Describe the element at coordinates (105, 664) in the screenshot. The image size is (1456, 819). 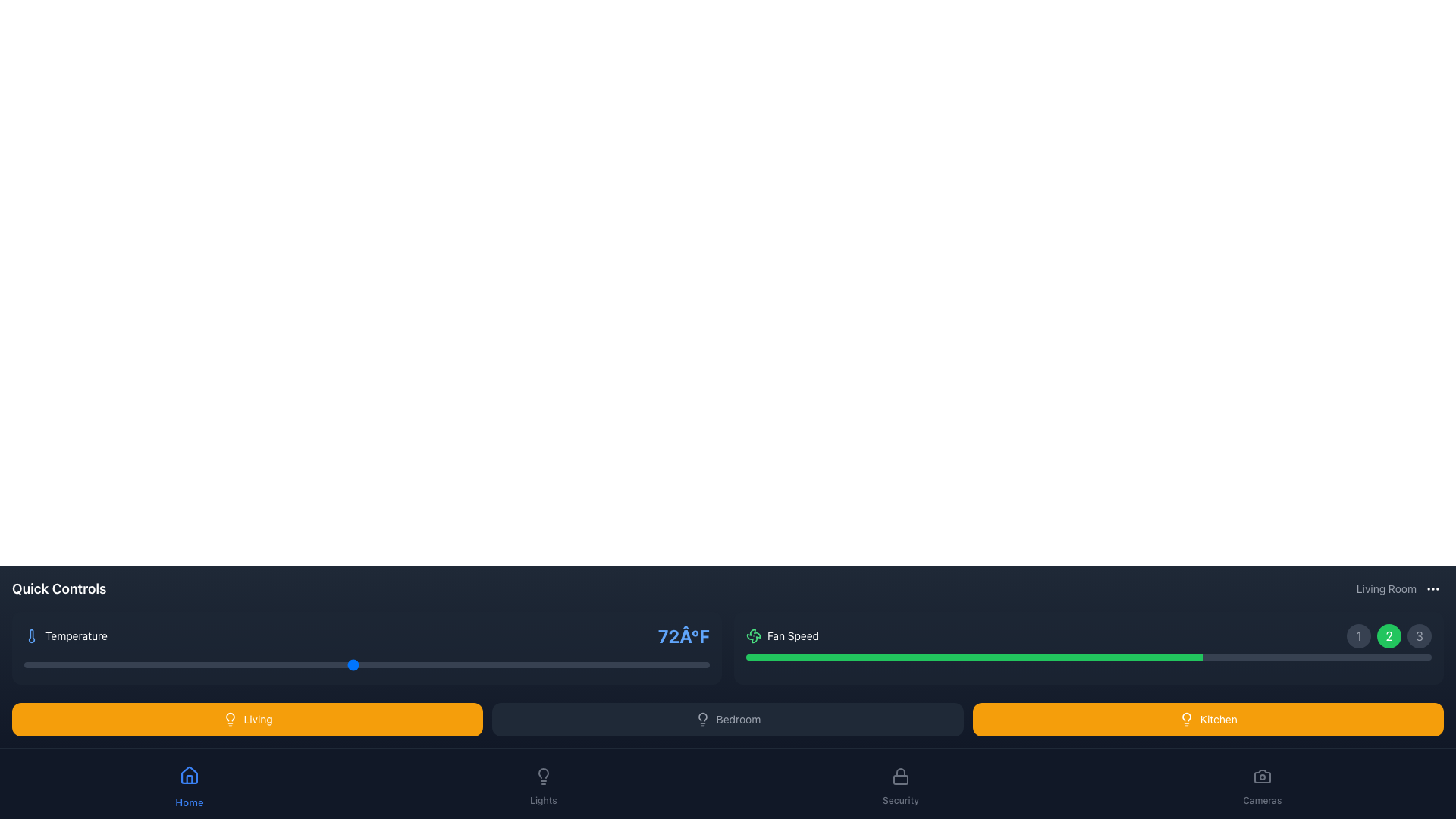
I see `the temperature` at that location.